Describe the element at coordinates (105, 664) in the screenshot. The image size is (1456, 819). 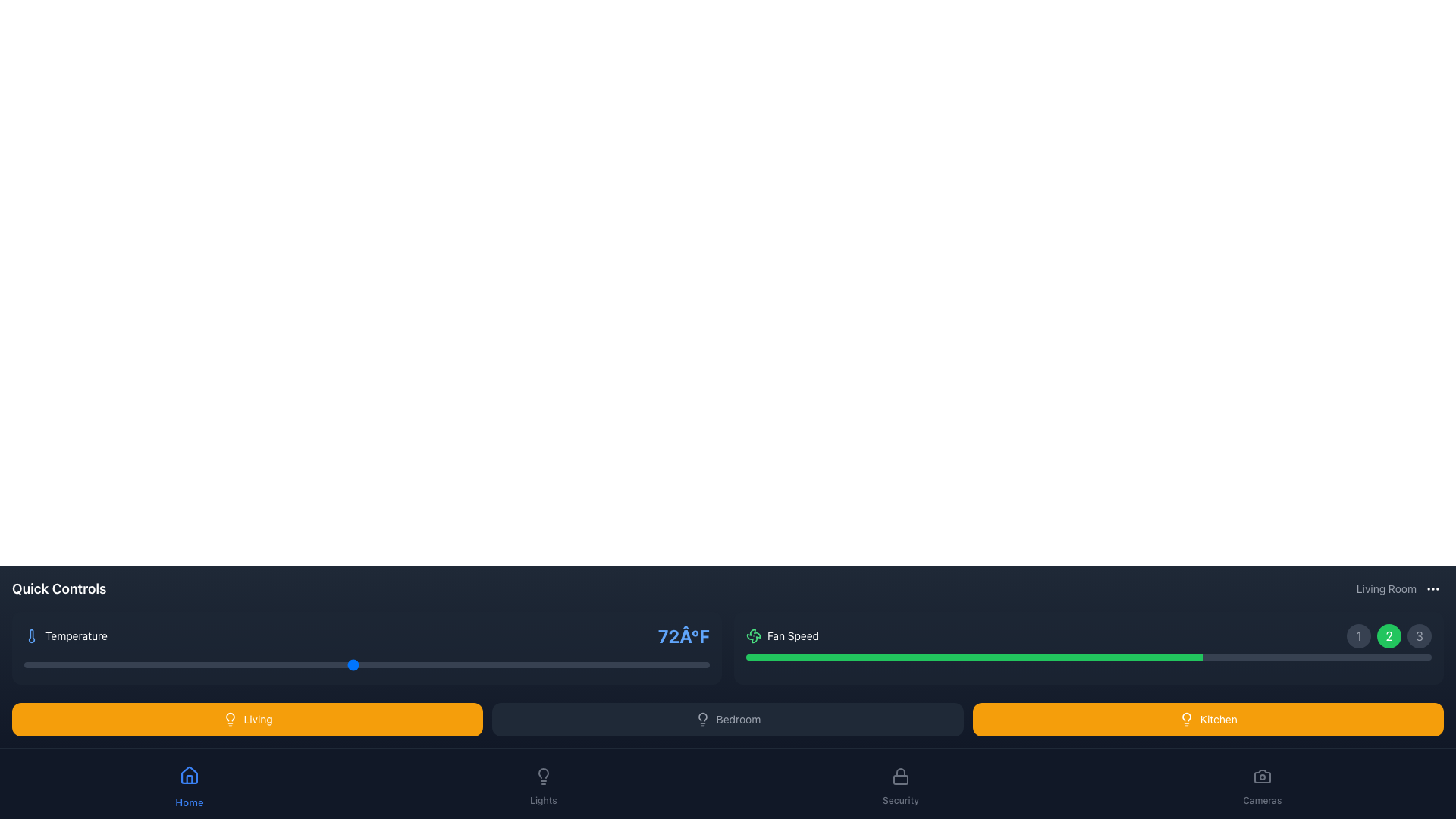
I see `the temperature` at that location.